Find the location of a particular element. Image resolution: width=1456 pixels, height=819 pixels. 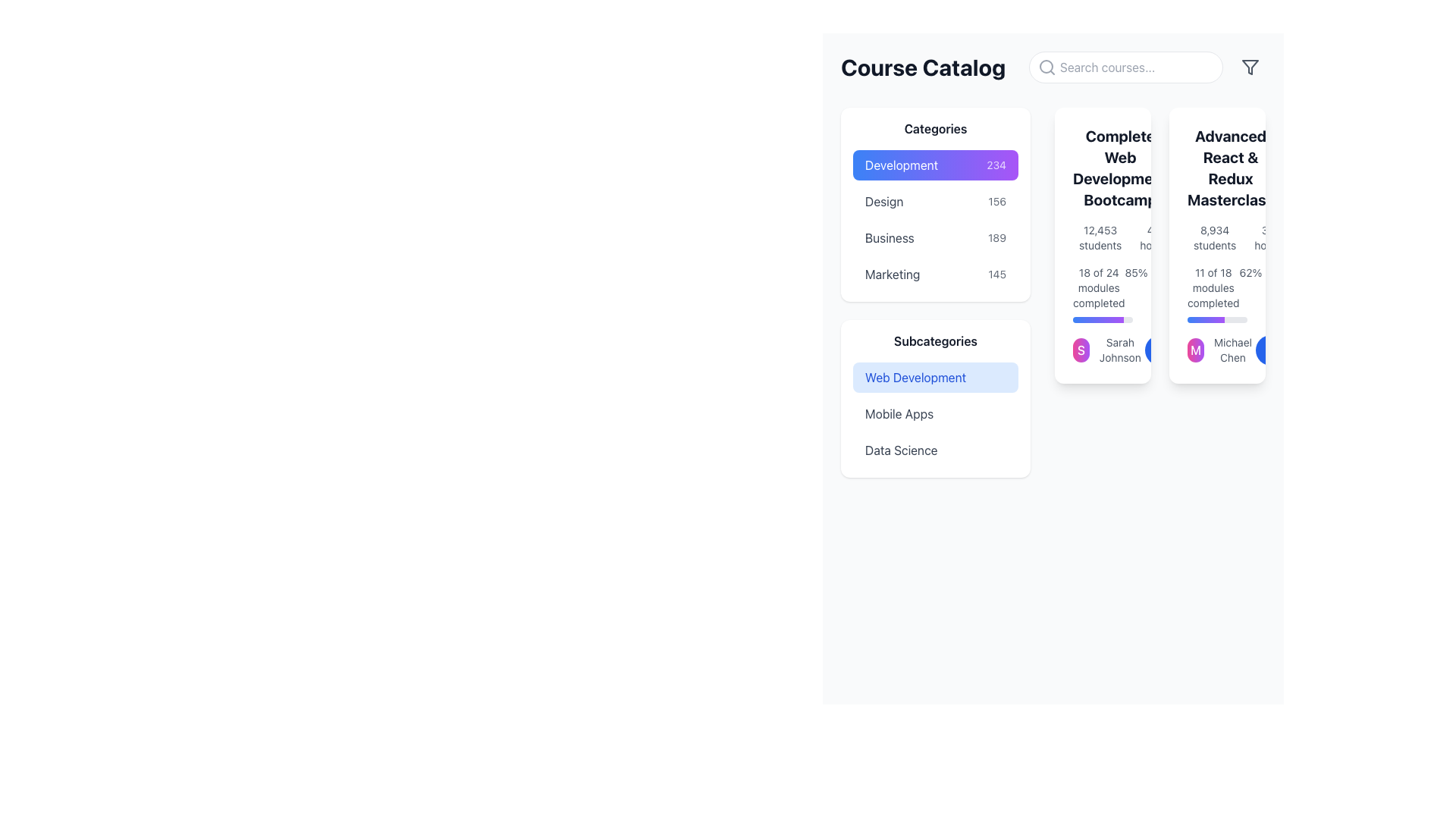

the 'Web Development' button, which is the first item under the 'Subcategories' section, to indicate interactivity is located at coordinates (934, 376).